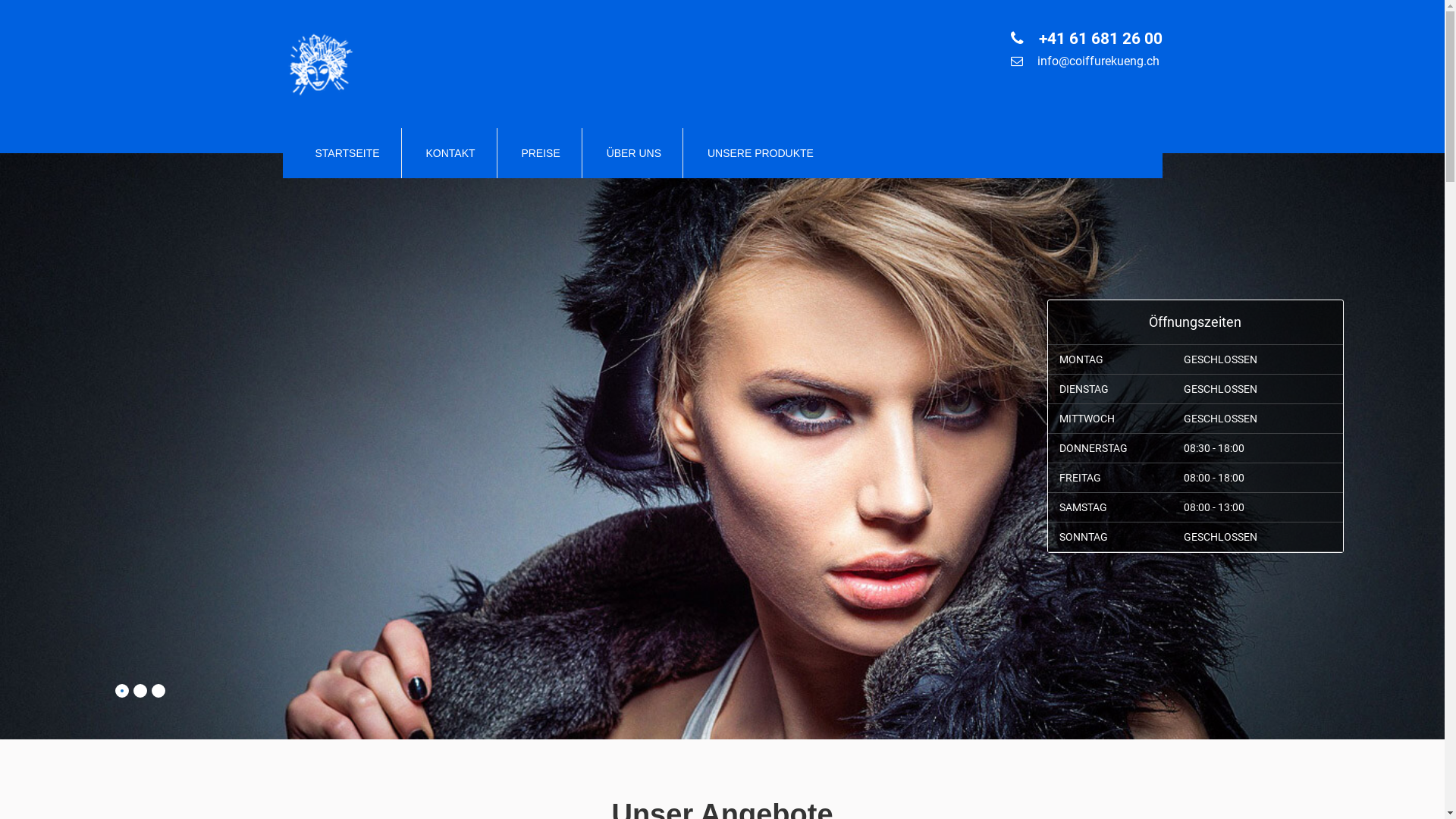 The height and width of the screenshot is (819, 1456). I want to click on '3', so click(158, 690).